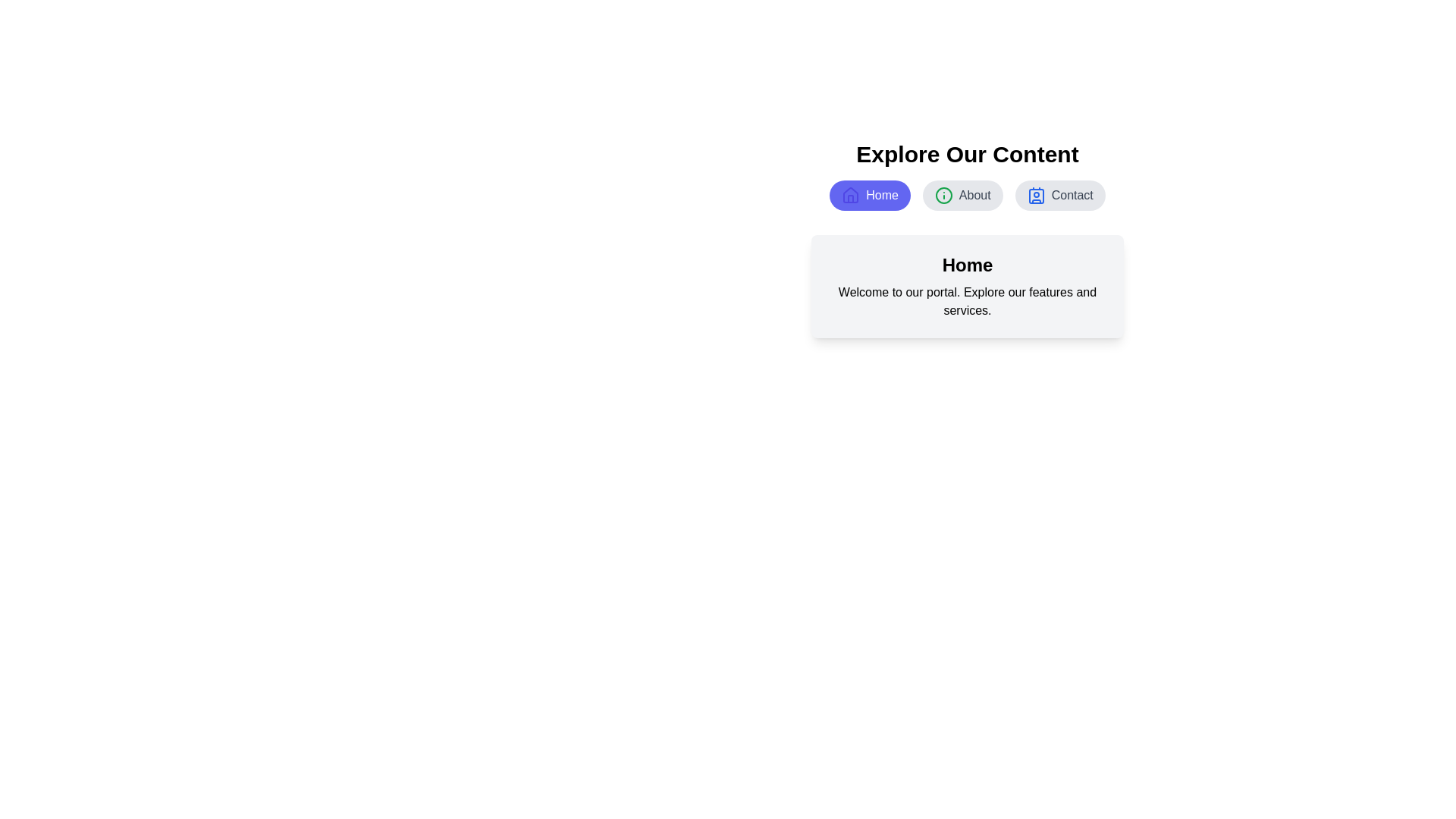 Image resolution: width=1456 pixels, height=819 pixels. What do you see at coordinates (870, 195) in the screenshot?
I see `the Home tab by clicking its button` at bounding box center [870, 195].